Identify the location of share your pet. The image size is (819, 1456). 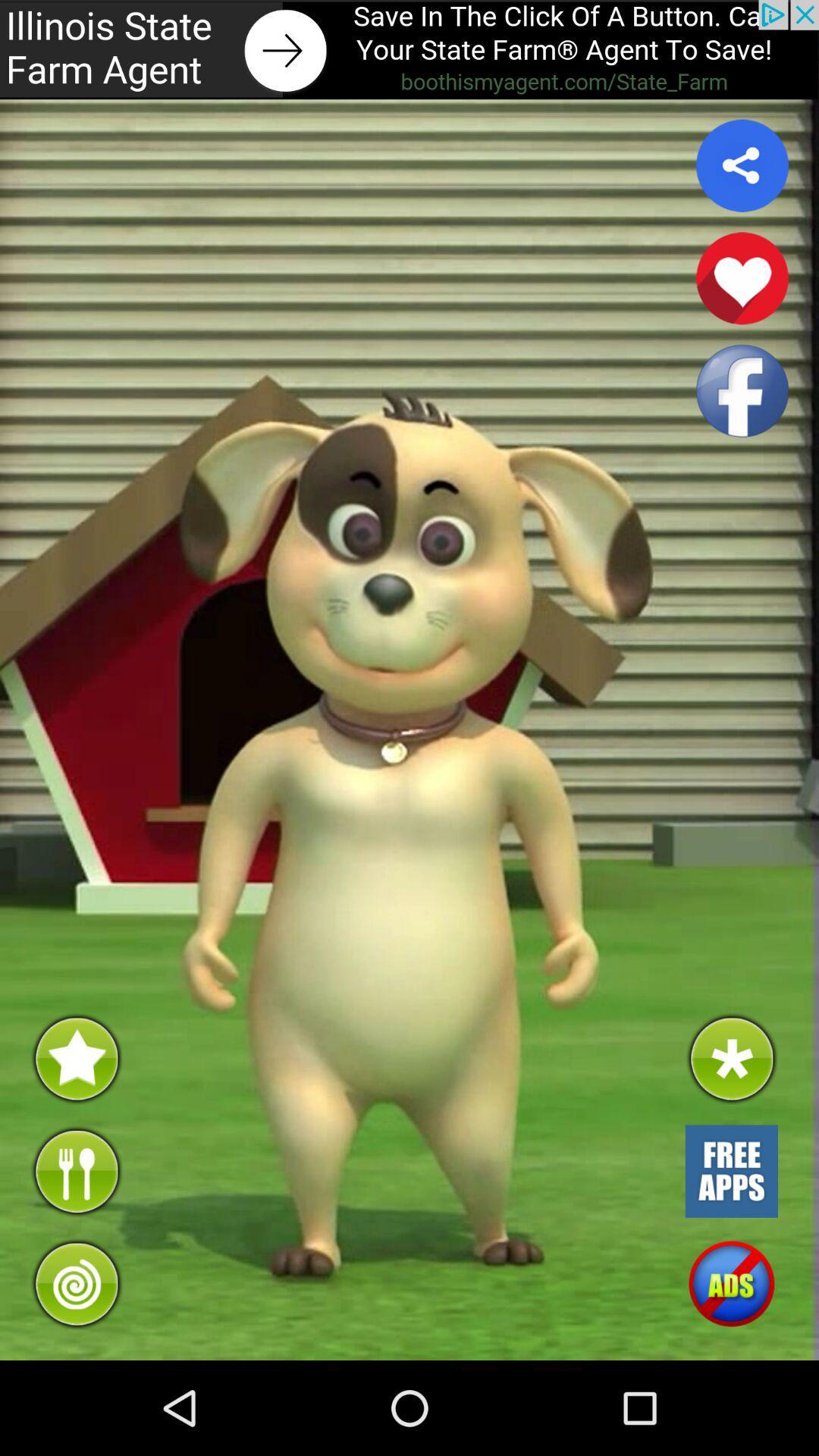
(742, 165).